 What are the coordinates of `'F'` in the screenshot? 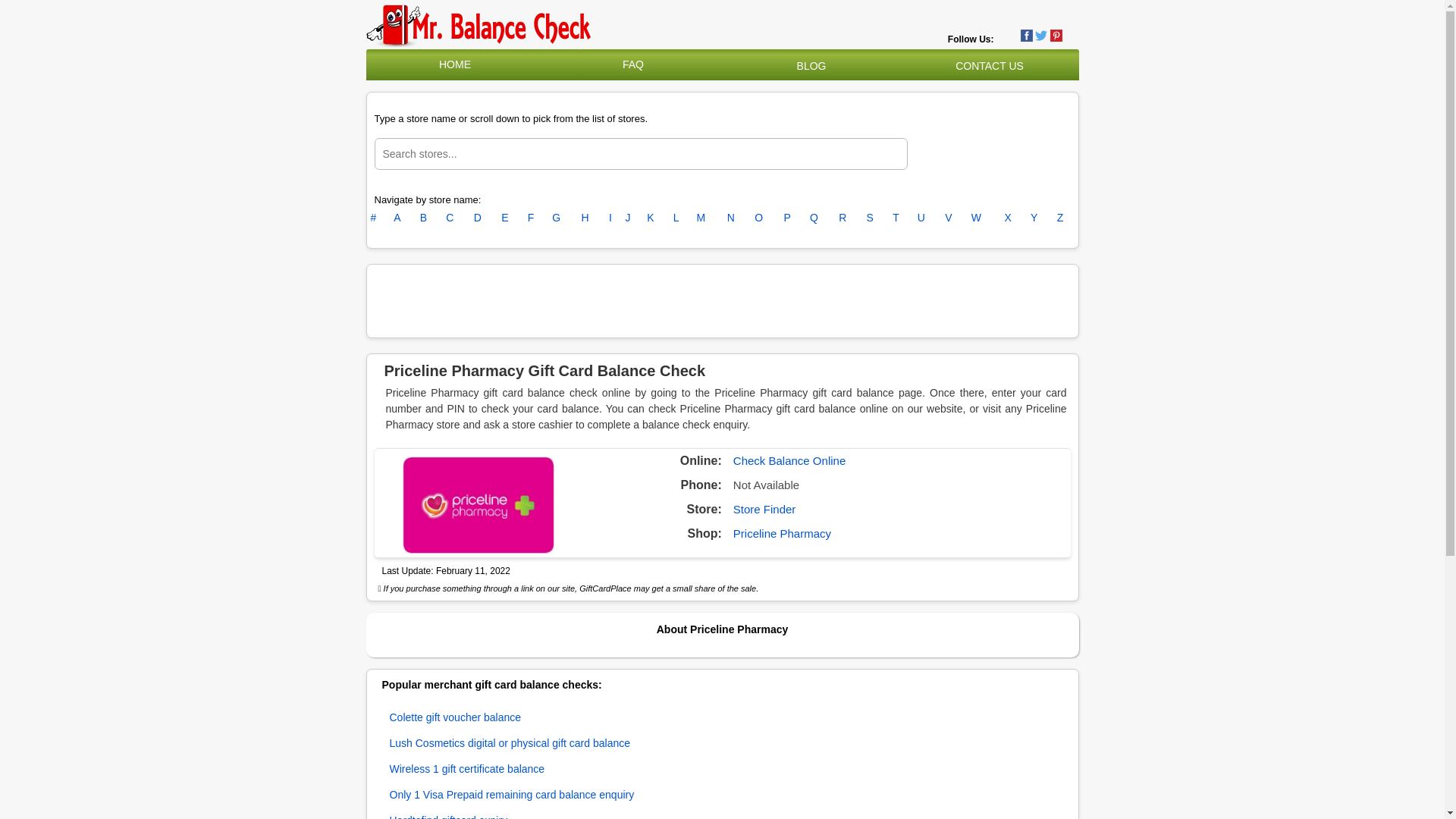 It's located at (531, 217).